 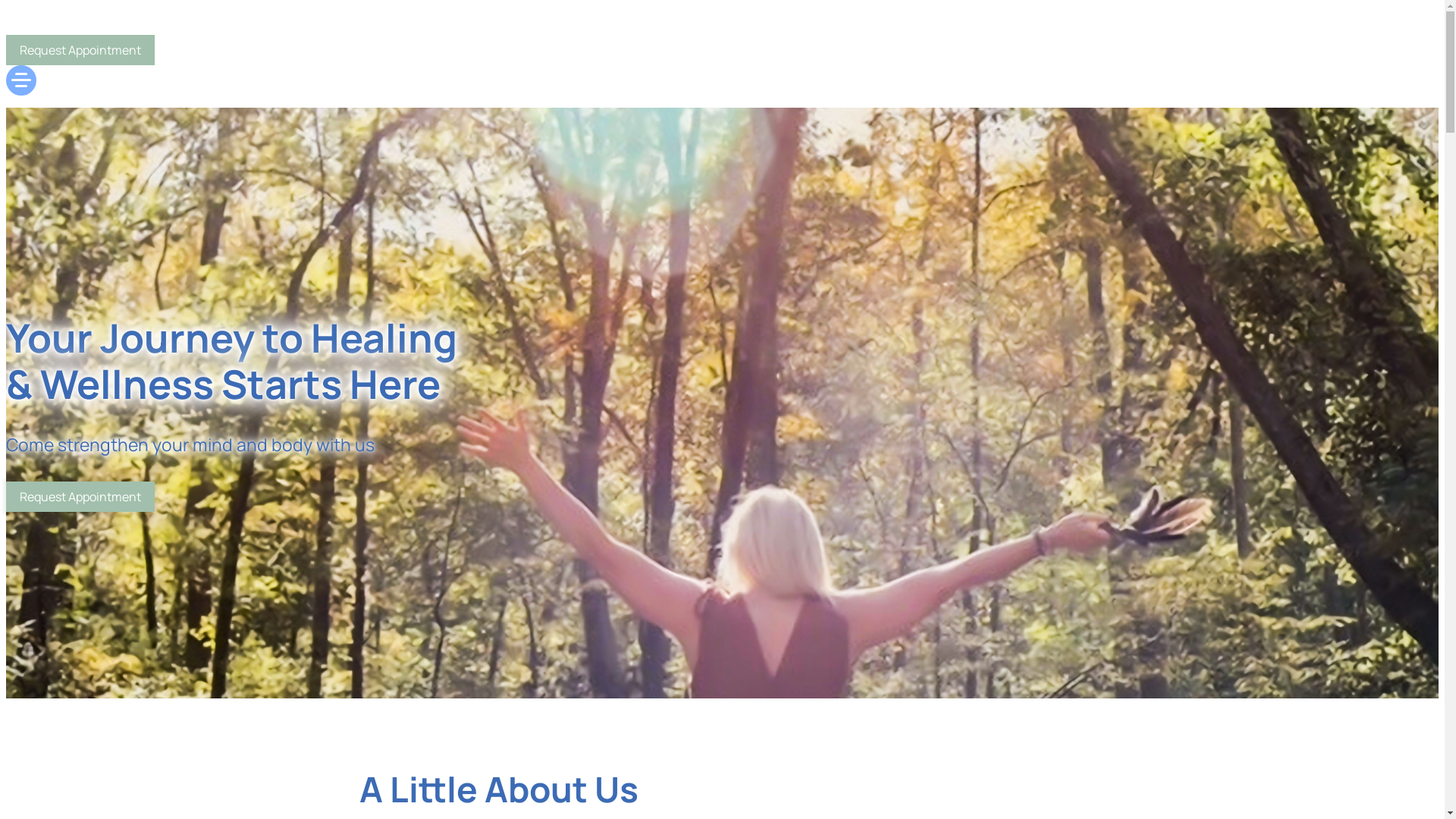 I want to click on 'Request Appointment', so click(x=79, y=49).